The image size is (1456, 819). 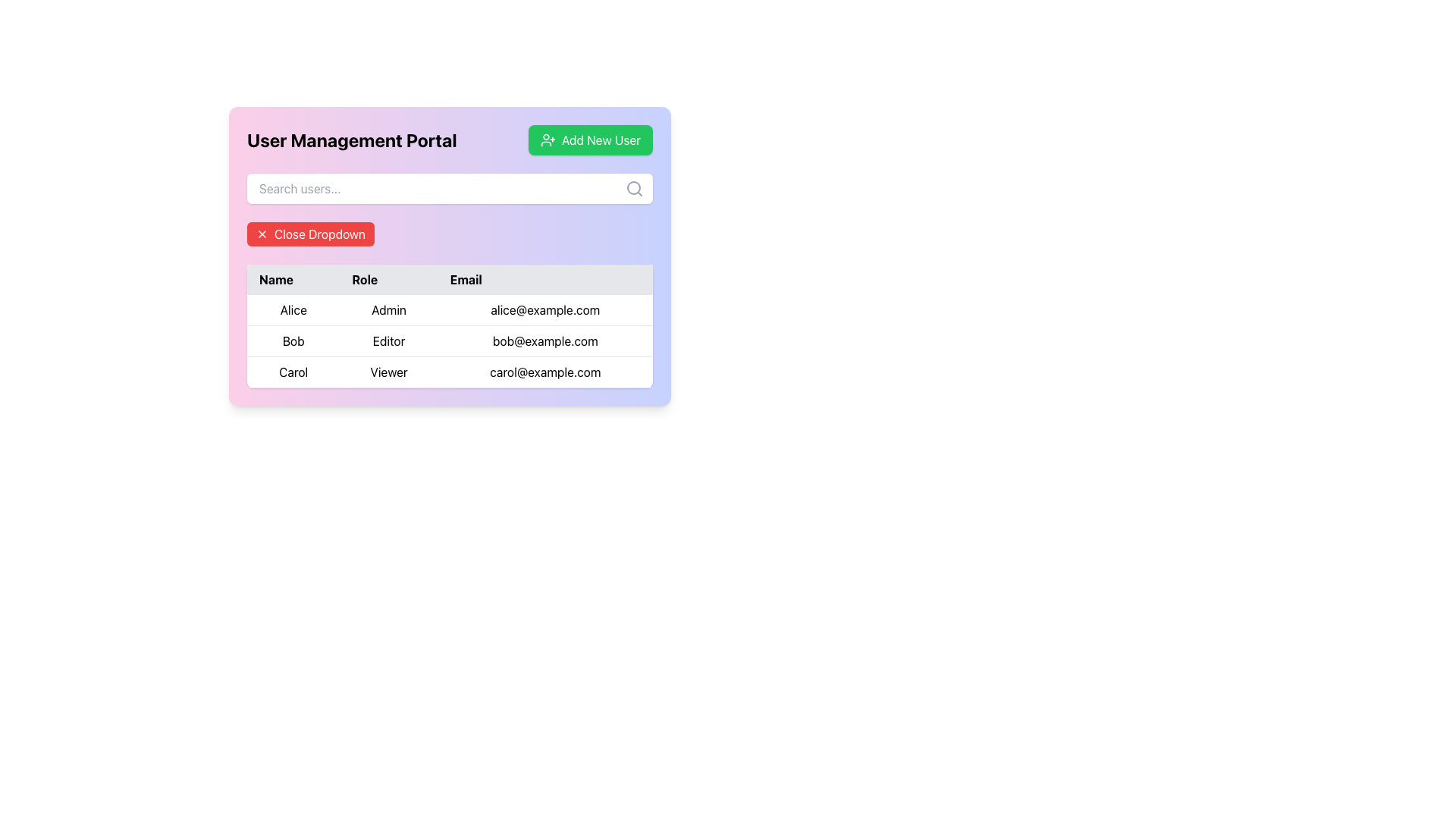 What do you see at coordinates (389, 309) in the screenshot?
I see `text of the table cell displaying 'Admin' in the first row under the 'Role' column, located between 'Alice' and 'alice@example.com'` at bounding box center [389, 309].